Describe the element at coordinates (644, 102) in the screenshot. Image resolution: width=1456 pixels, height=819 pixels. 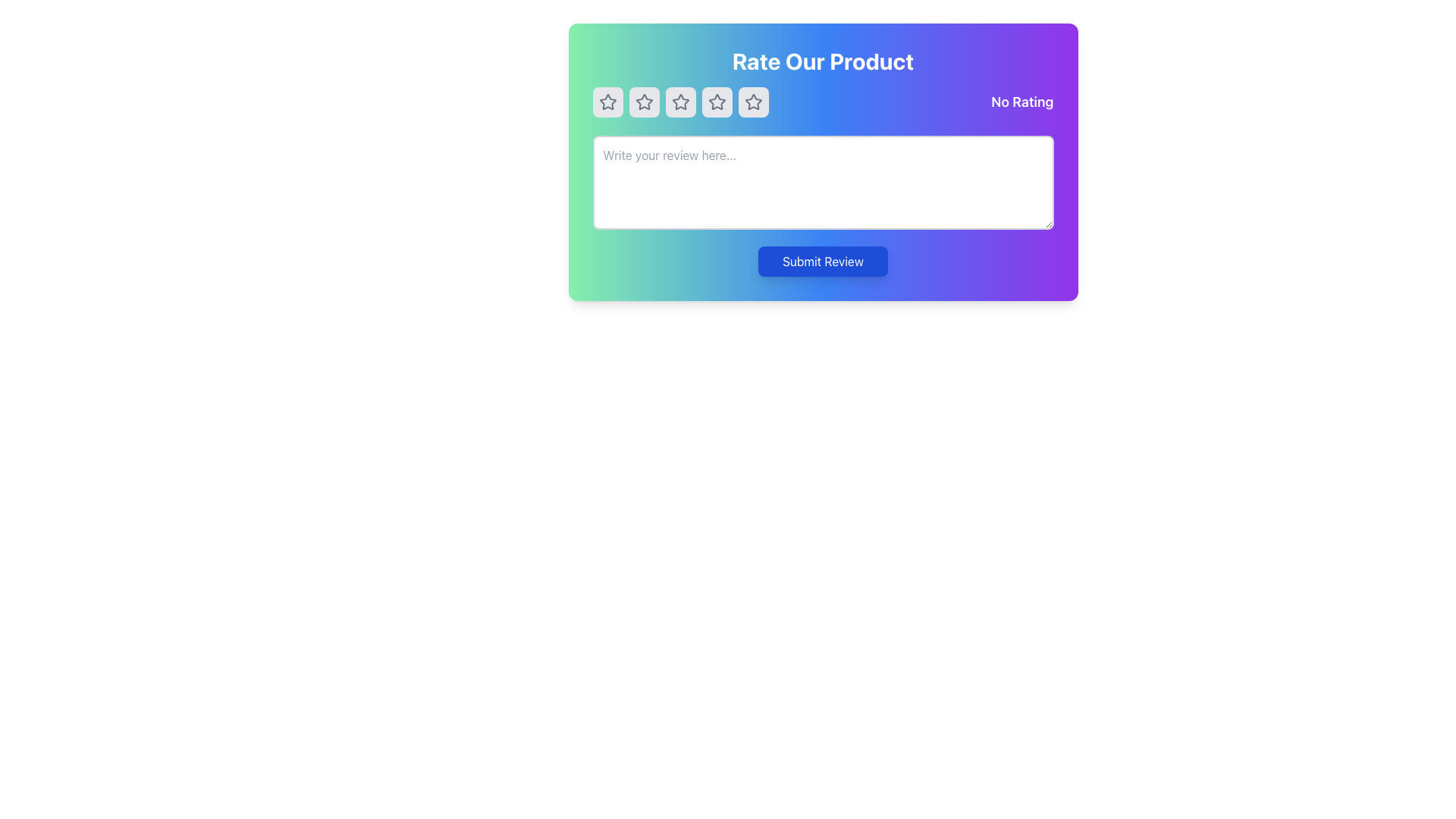
I see `the second star-shaped rating icon` at that location.